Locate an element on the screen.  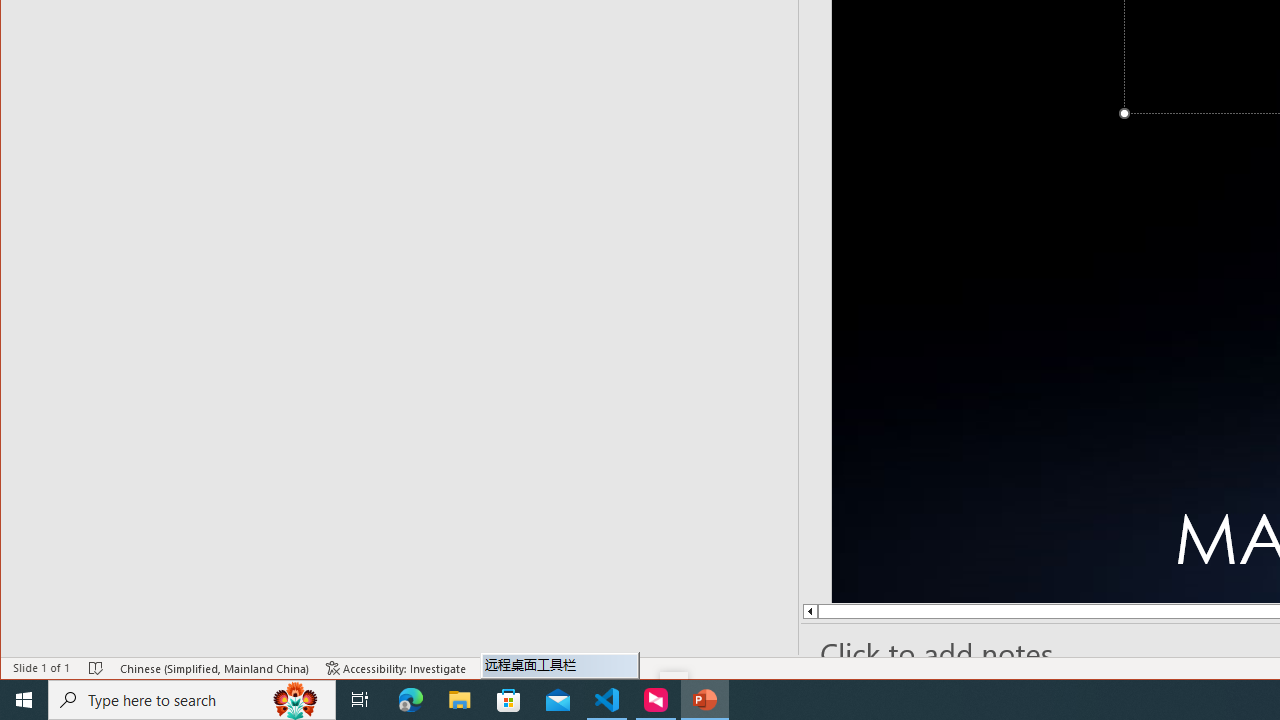
'Accessibility Checker Accessibility: Investigate' is located at coordinates (396, 668).